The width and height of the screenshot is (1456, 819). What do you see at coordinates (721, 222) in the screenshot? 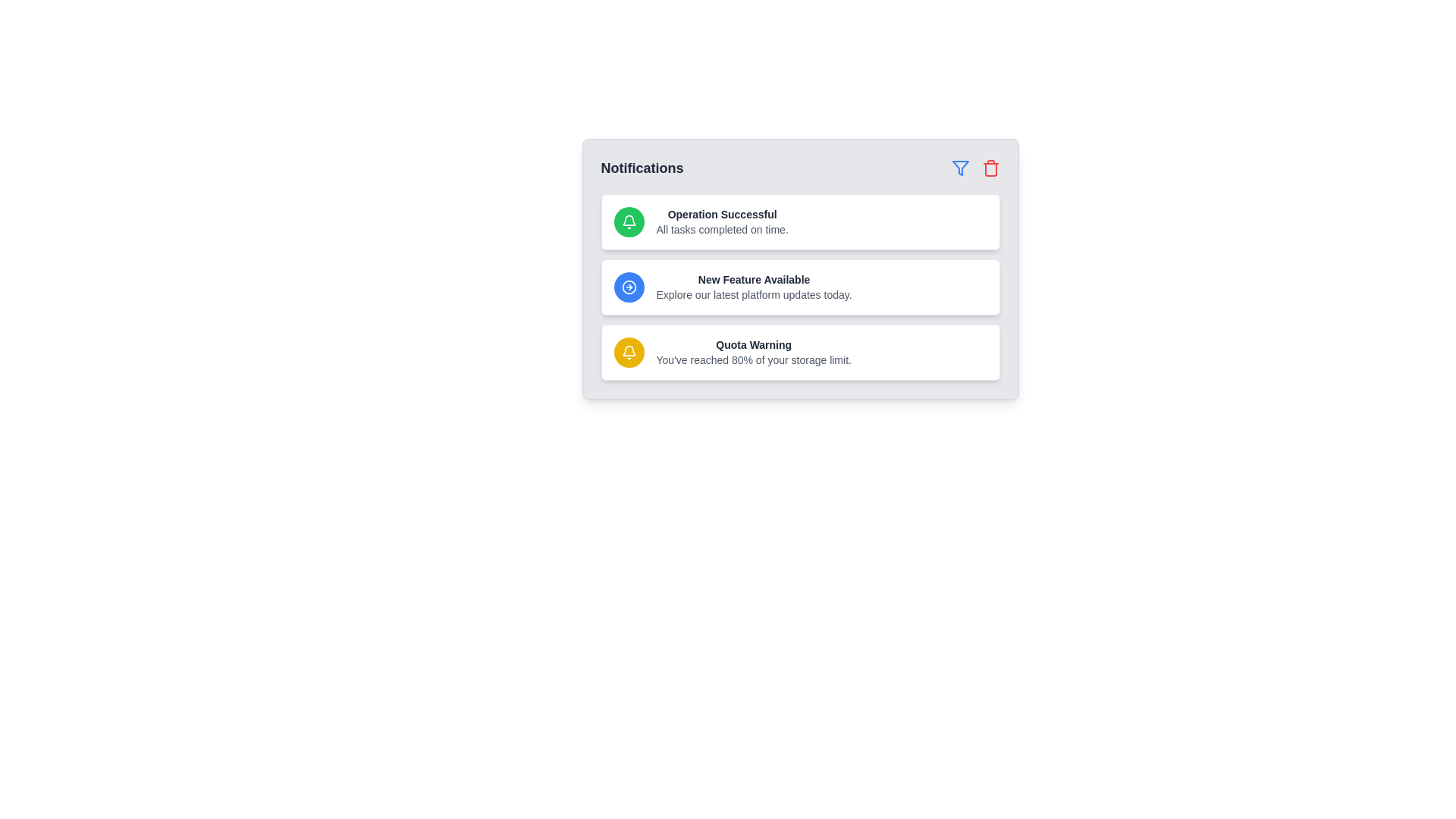
I see `the Notification text element that displays a message informing the user that all tasks have been successfully completed` at bounding box center [721, 222].